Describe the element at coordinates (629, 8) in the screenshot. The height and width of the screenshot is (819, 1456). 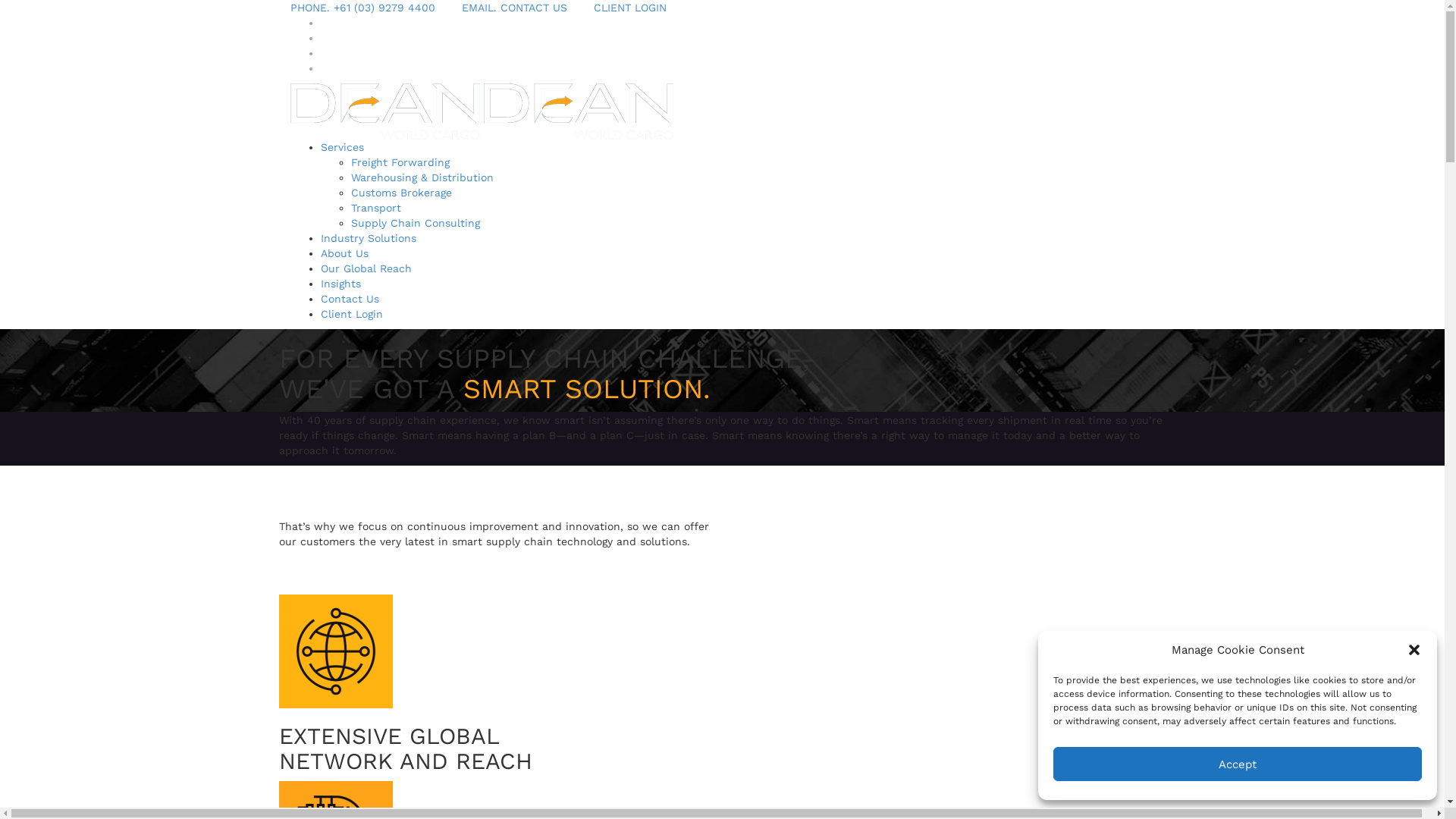
I see `'CLIENT LOGIN'` at that location.